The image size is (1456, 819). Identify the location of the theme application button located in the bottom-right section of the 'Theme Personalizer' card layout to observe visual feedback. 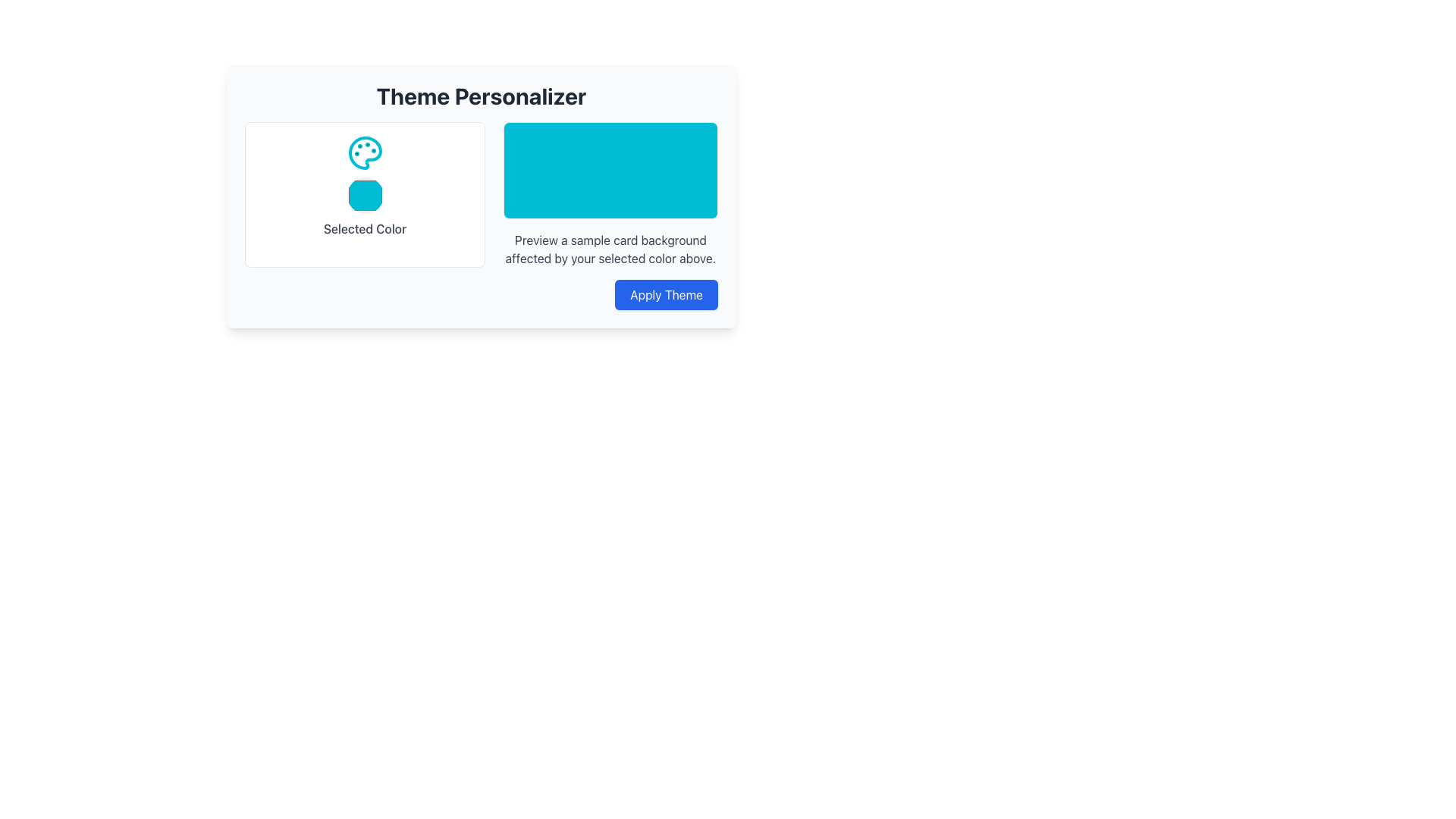
(666, 295).